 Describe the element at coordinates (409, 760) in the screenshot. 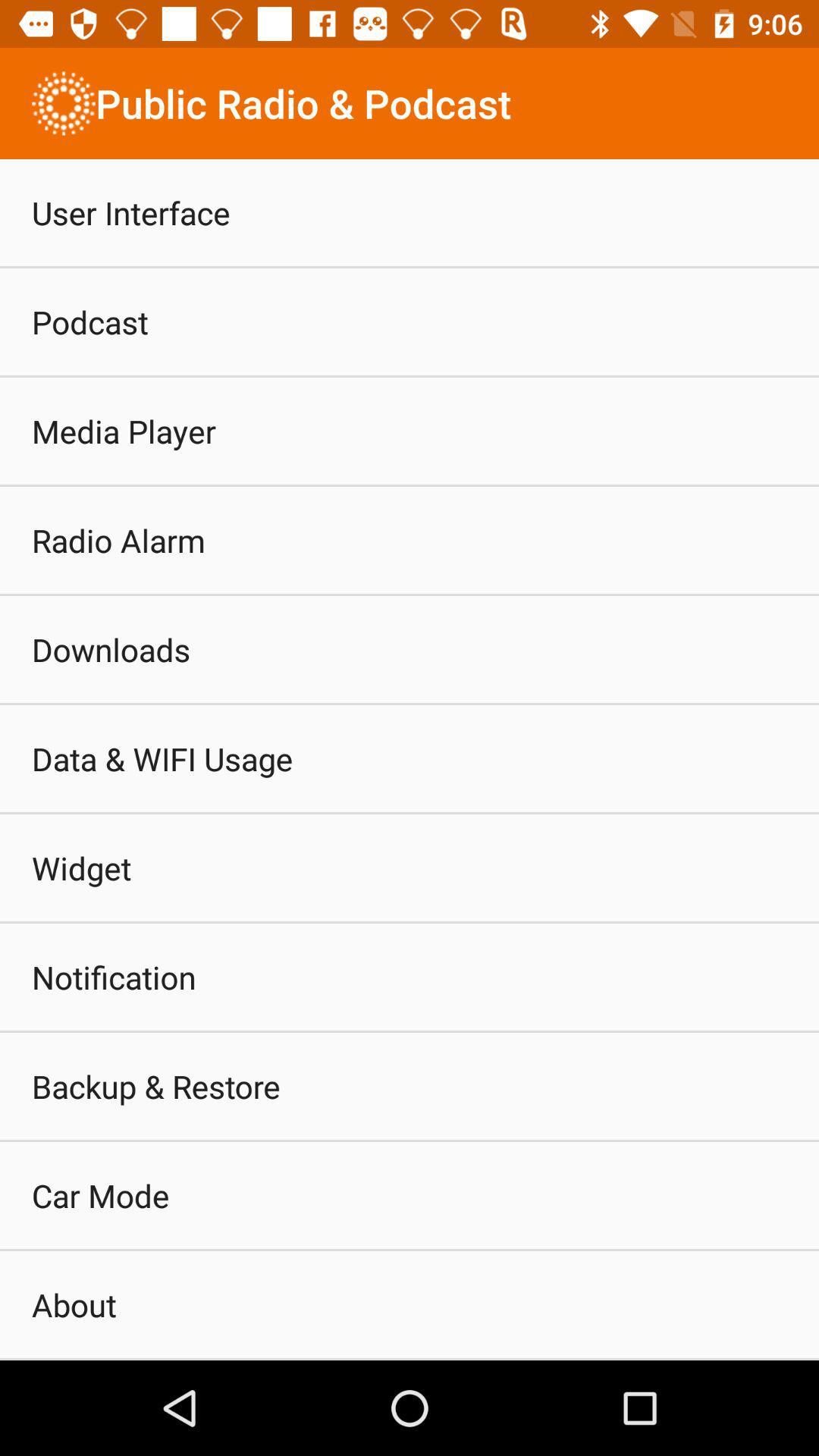

I see `item at the center` at that location.